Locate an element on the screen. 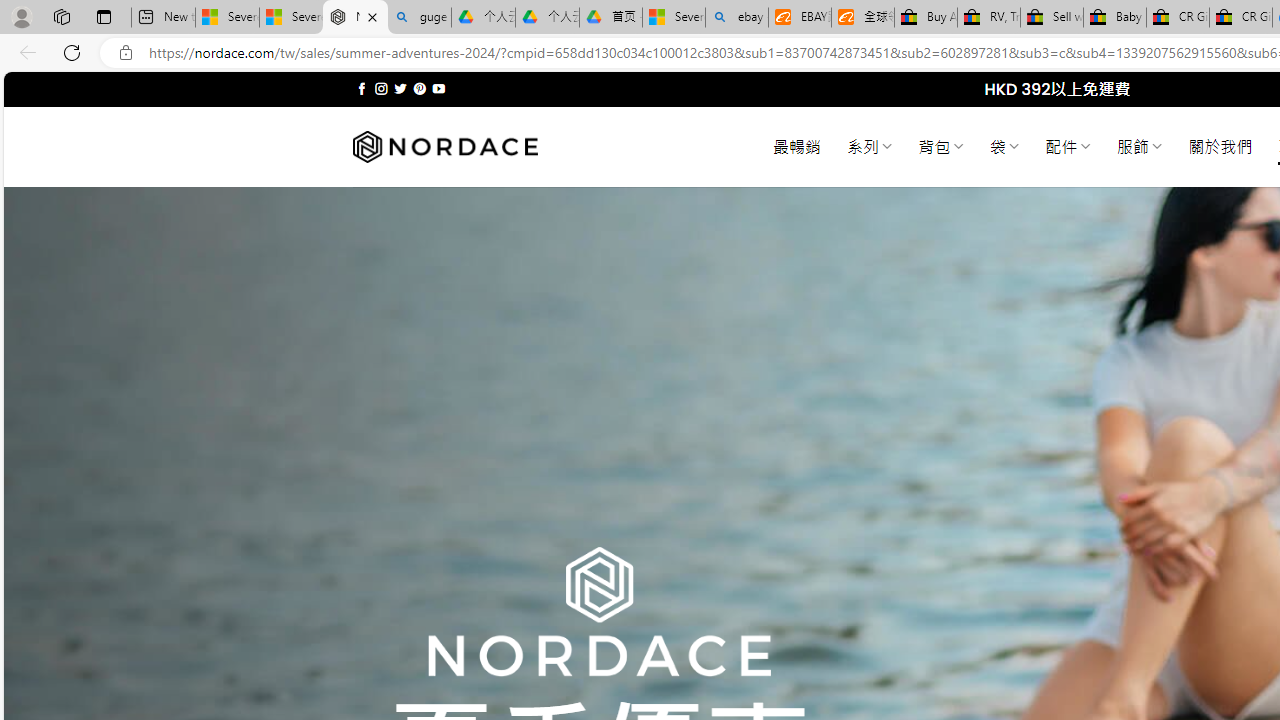 This screenshot has height=720, width=1280. 'Follow on Twitter' is located at coordinates (400, 88).